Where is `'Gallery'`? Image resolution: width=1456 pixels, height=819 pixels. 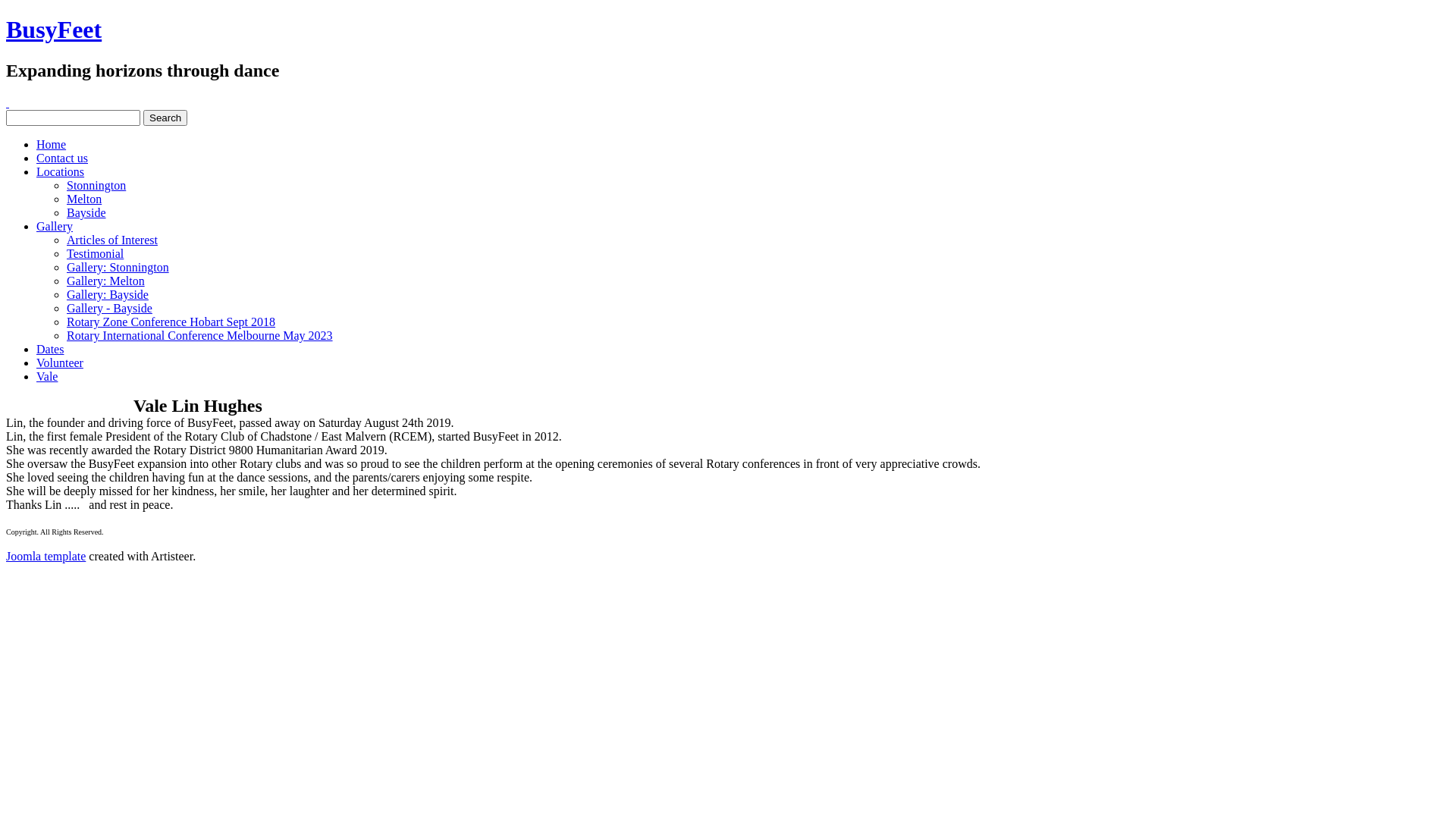 'Gallery' is located at coordinates (55, 226).